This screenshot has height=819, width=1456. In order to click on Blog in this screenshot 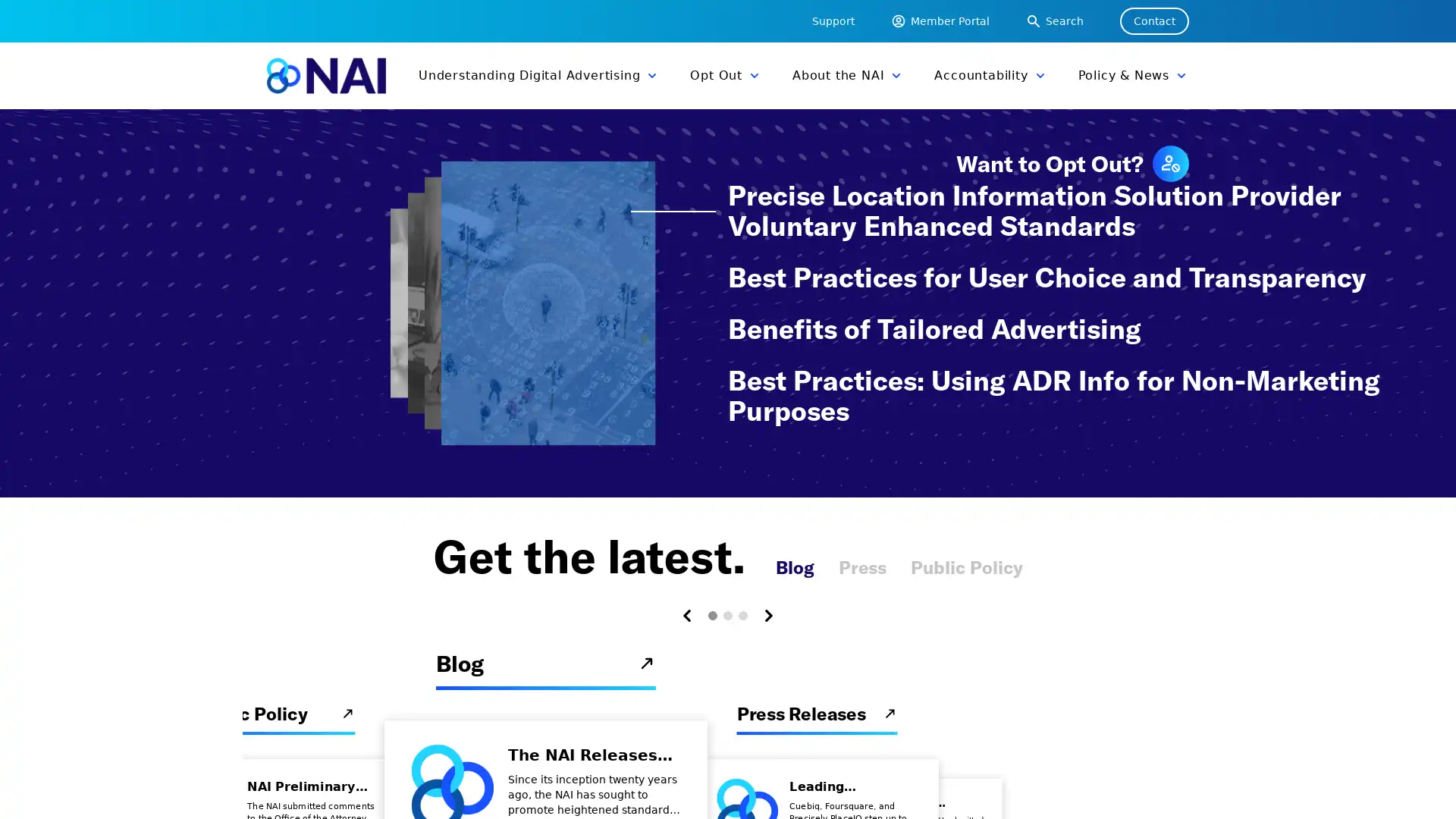, I will do `click(793, 567)`.